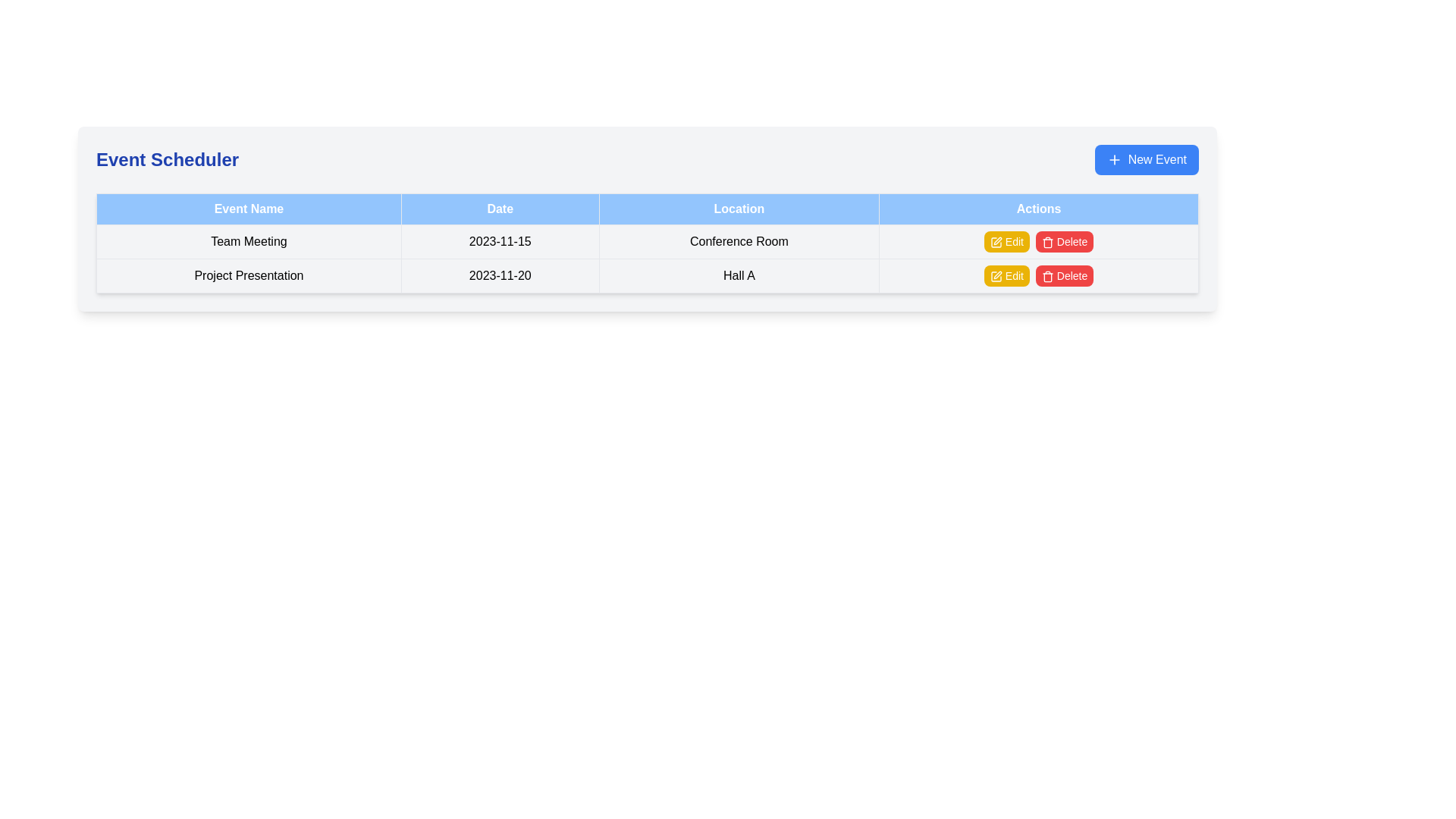  Describe the element at coordinates (739, 241) in the screenshot. I see `the text displaying the location of the 'Team Meeting' event, located under the 'Location' column in the first row of the 'Event Scheduler' table, which is the third column` at that location.